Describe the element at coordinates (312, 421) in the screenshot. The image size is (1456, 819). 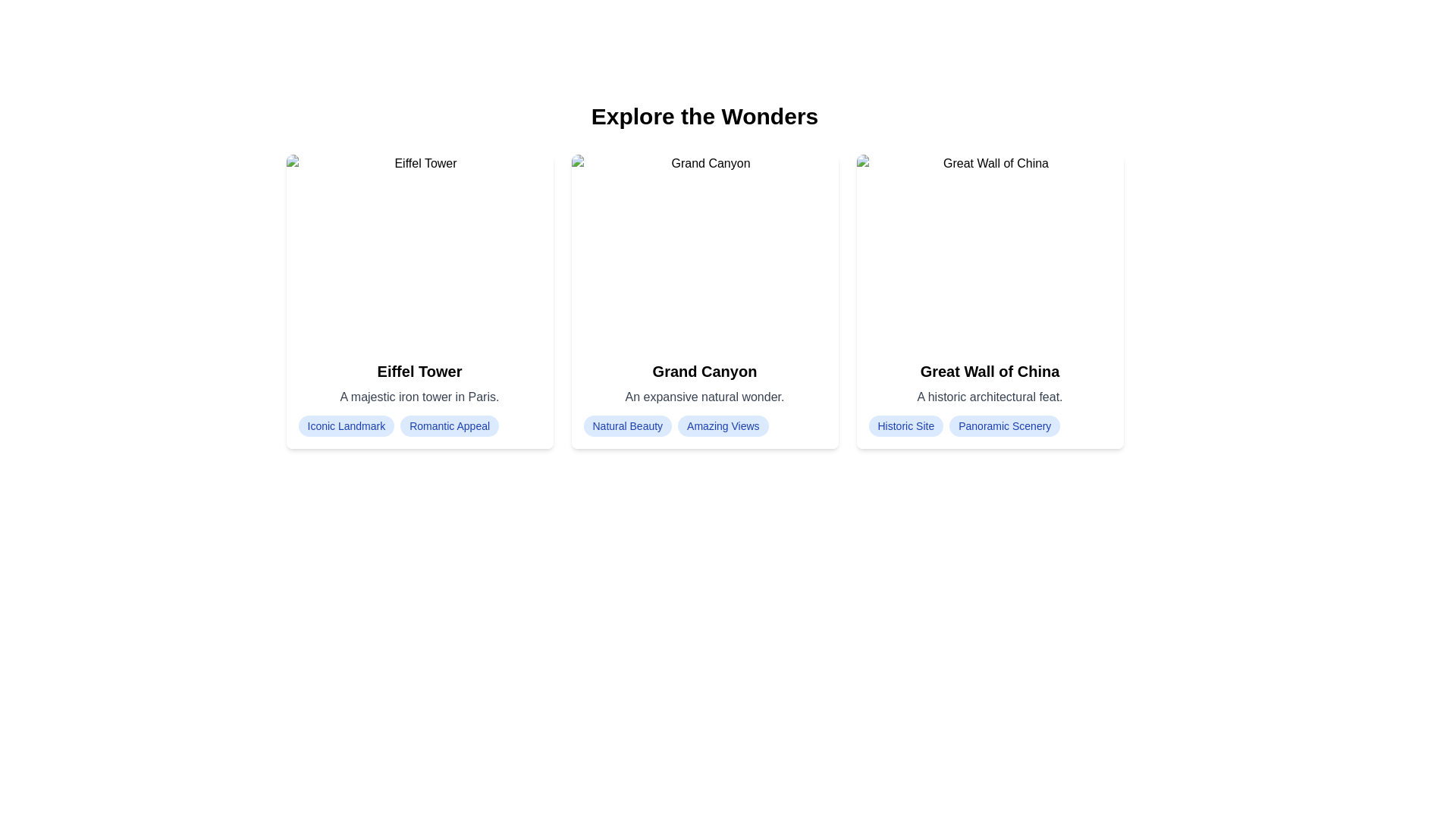
I see `the first circular icon at the bottom edge of the 'Eiffel Tower' card` at that location.